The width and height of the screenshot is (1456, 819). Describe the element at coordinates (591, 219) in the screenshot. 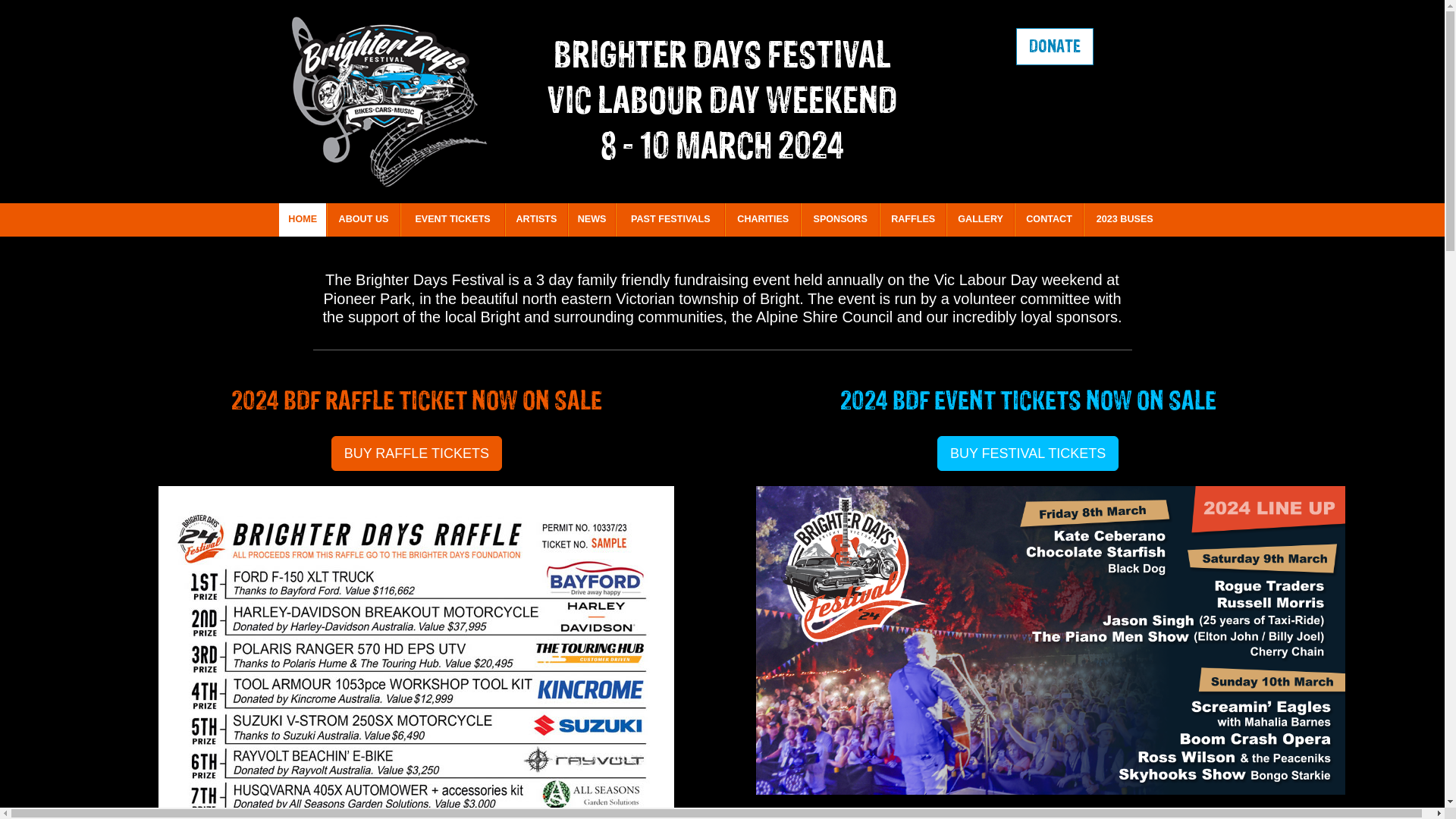

I see `'NEWS'` at that location.